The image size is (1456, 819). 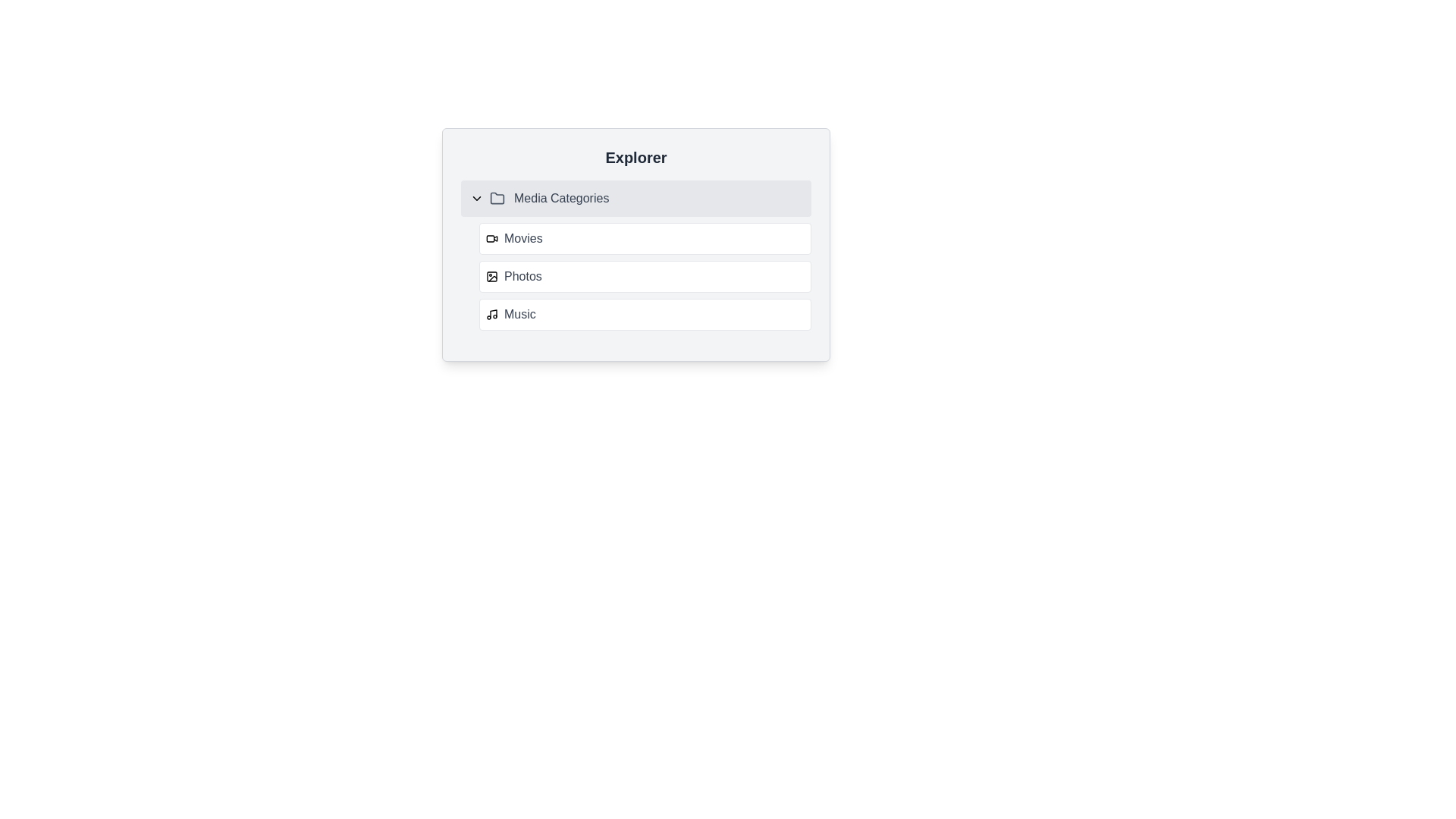 What do you see at coordinates (491, 277) in the screenshot?
I see `the icon resembling a photo or image, located in the 'Photos' section, positioned to the left of the text label 'Photos'` at bounding box center [491, 277].